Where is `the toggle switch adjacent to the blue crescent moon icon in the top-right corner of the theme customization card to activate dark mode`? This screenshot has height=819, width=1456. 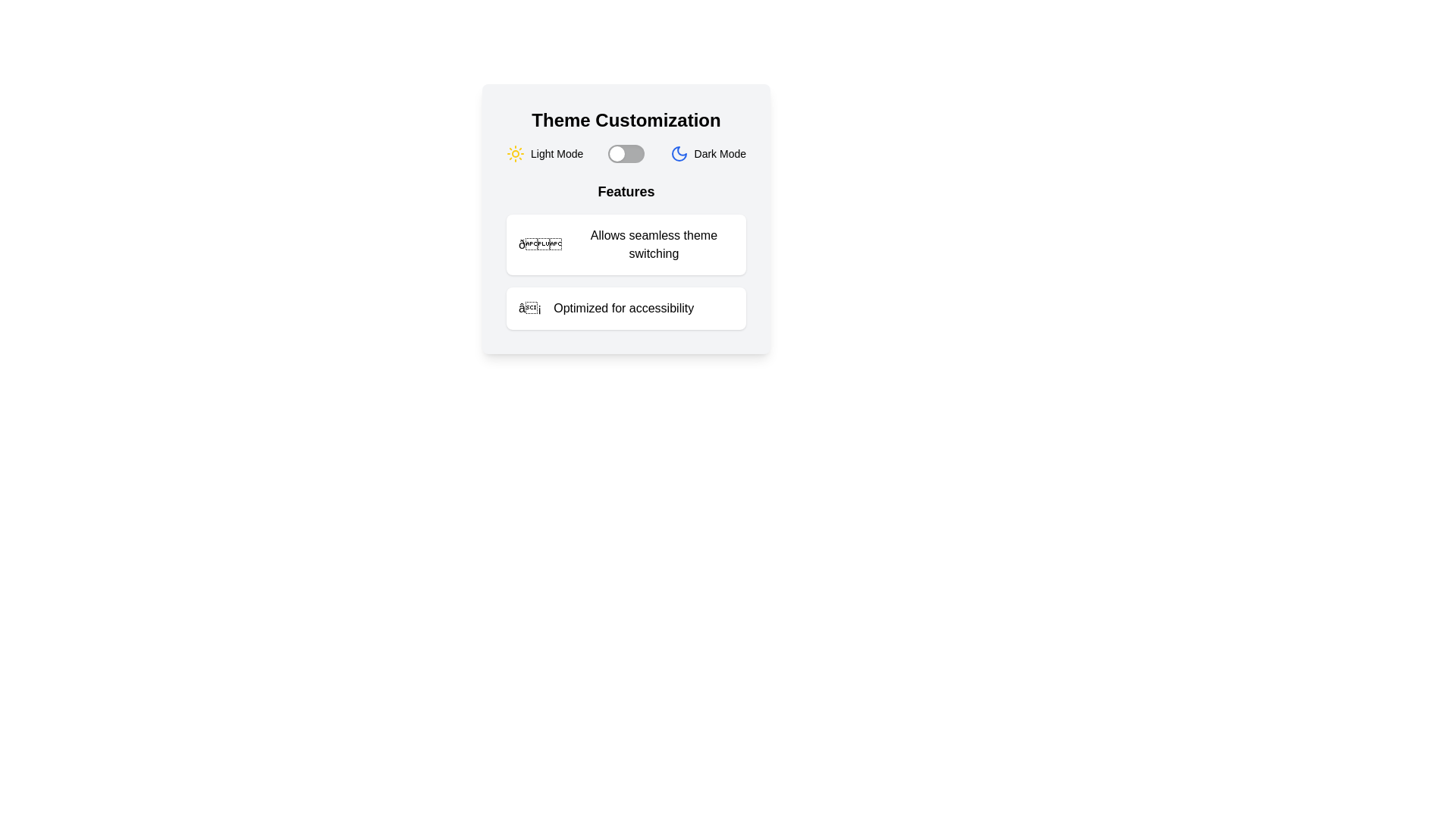
the toggle switch adjacent to the blue crescent moon icon in the top-right corner of the theme customization card to activate dark mode is located at coordinates (678, 154).